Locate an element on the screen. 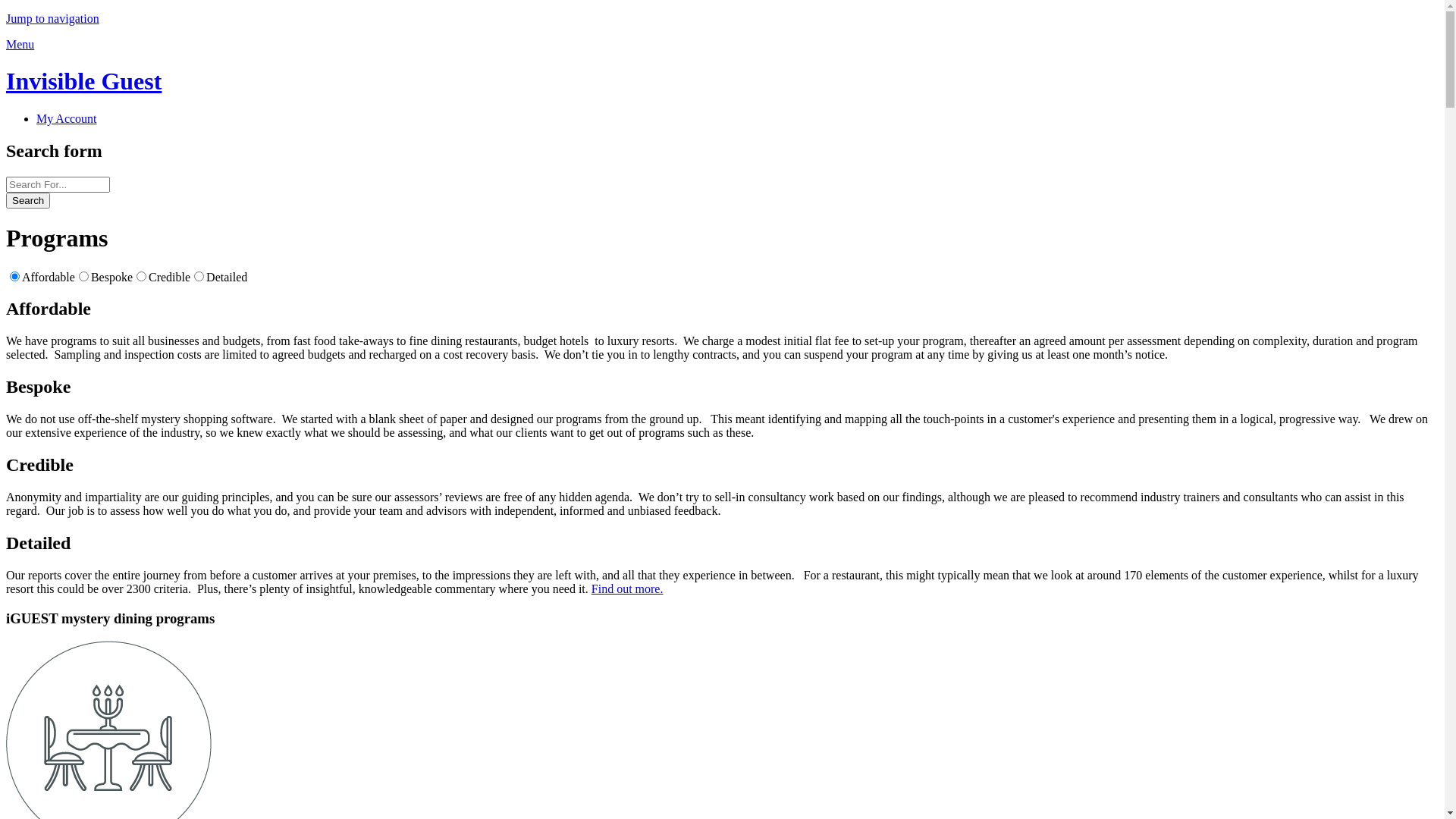  'Find out more.' is located at coordinates (627, 588).